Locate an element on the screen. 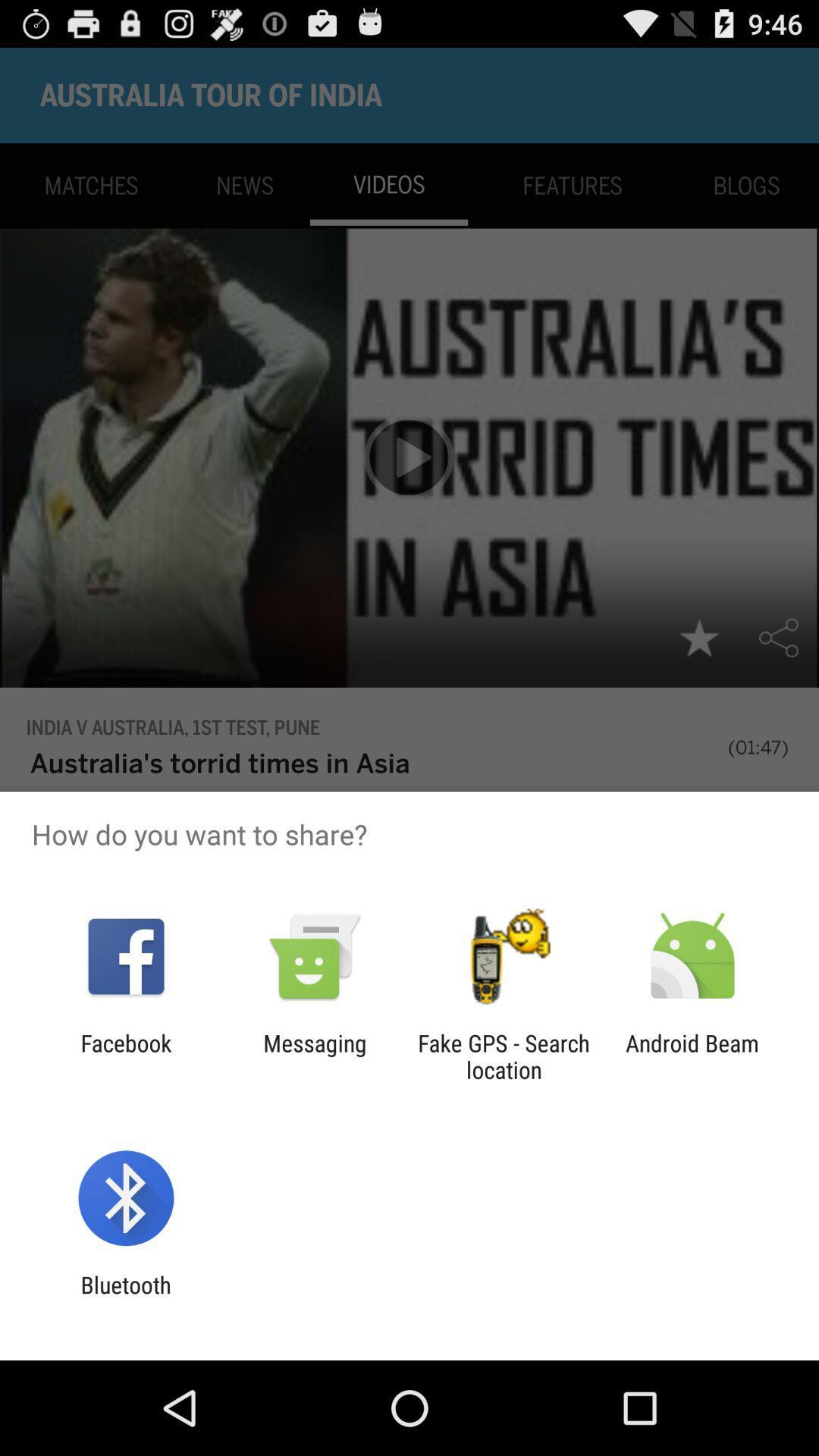 This screenshot has height=1456, width=819. icon to the right of fake gps search app is located at coordinates (692, 1056).